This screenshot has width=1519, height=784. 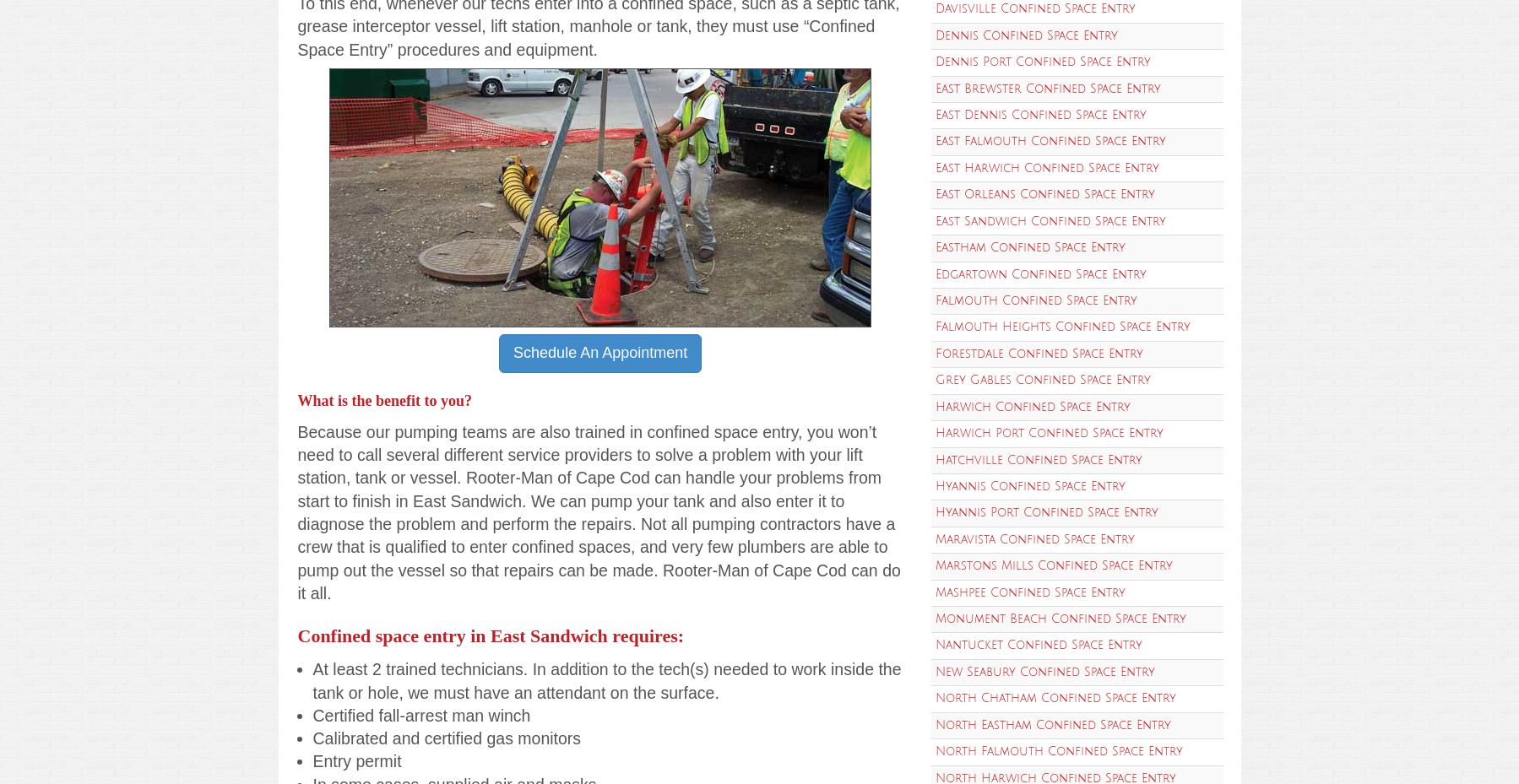 What do you see at coordinates (1039, 115) in the screenshot?
I see `'East Dennis Confined Space Entry'` at bounding box center [1039, 115].